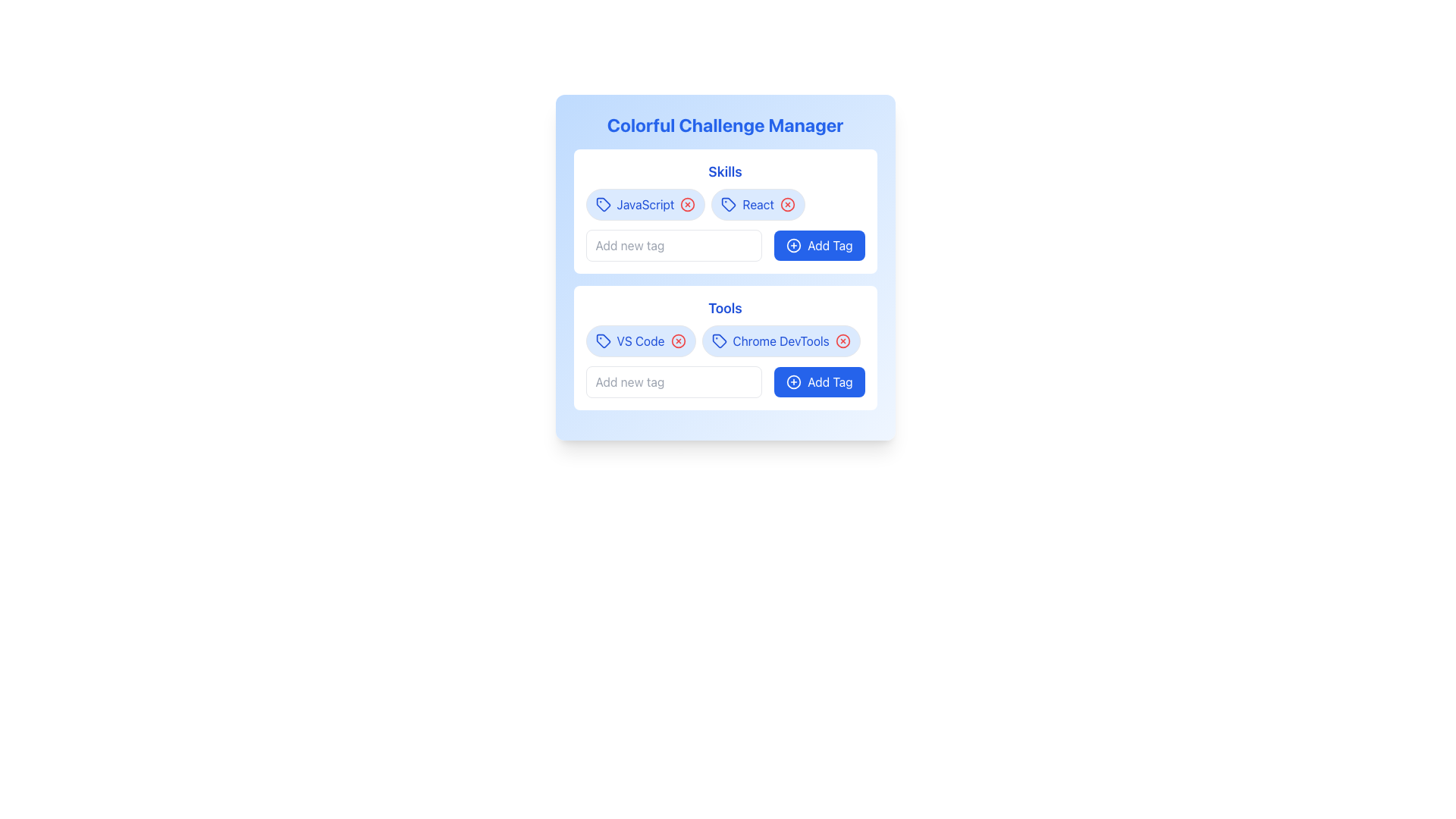 The width and height of the screenshot is (1456, 819). Describe the element at coordinates (687, 205) in the screenshot. I see `the circular icon with an 'X' mark, which serves as a potential 'remove' button` at that location.